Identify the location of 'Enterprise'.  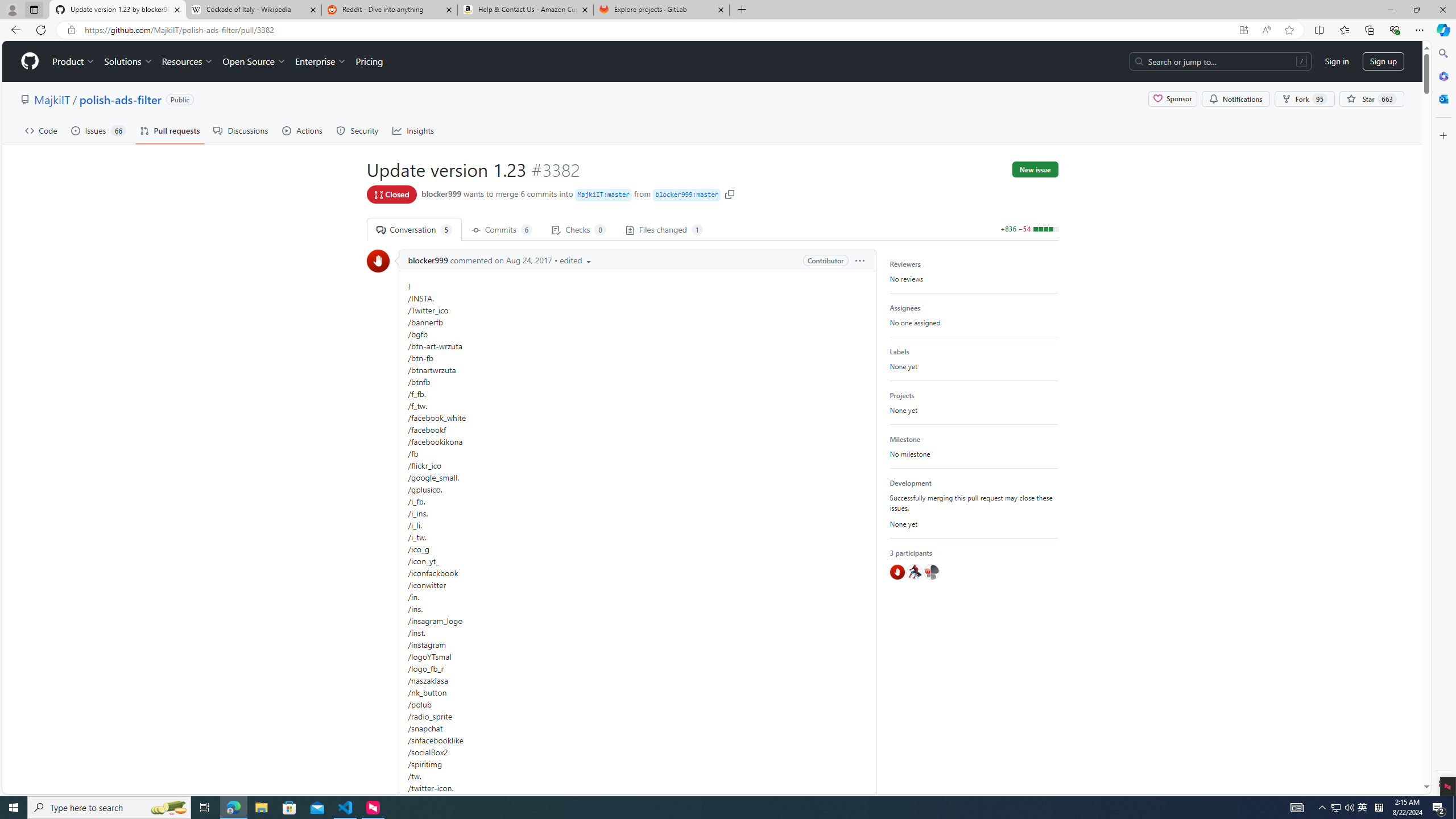
(320, 61).